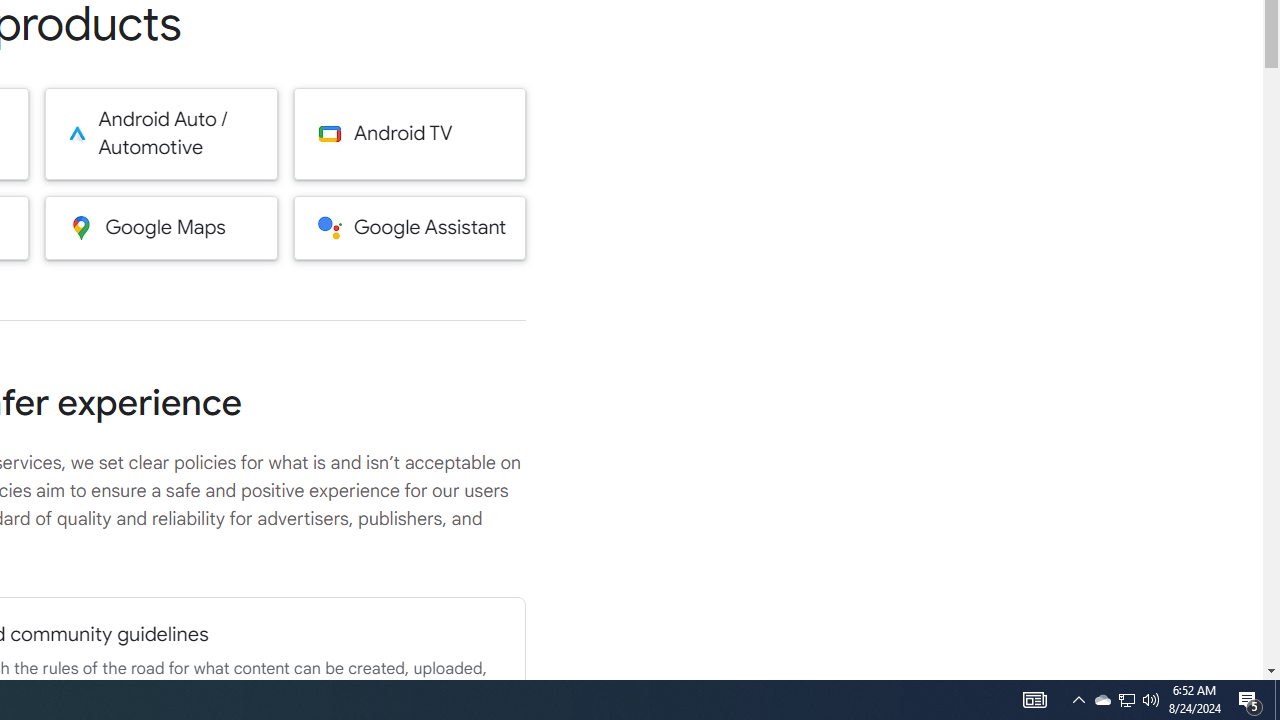 Image resolution: width=1280 pixels, height=720 pixels. I want to click on 'Android Auto / Automotive', so click(161, 133).